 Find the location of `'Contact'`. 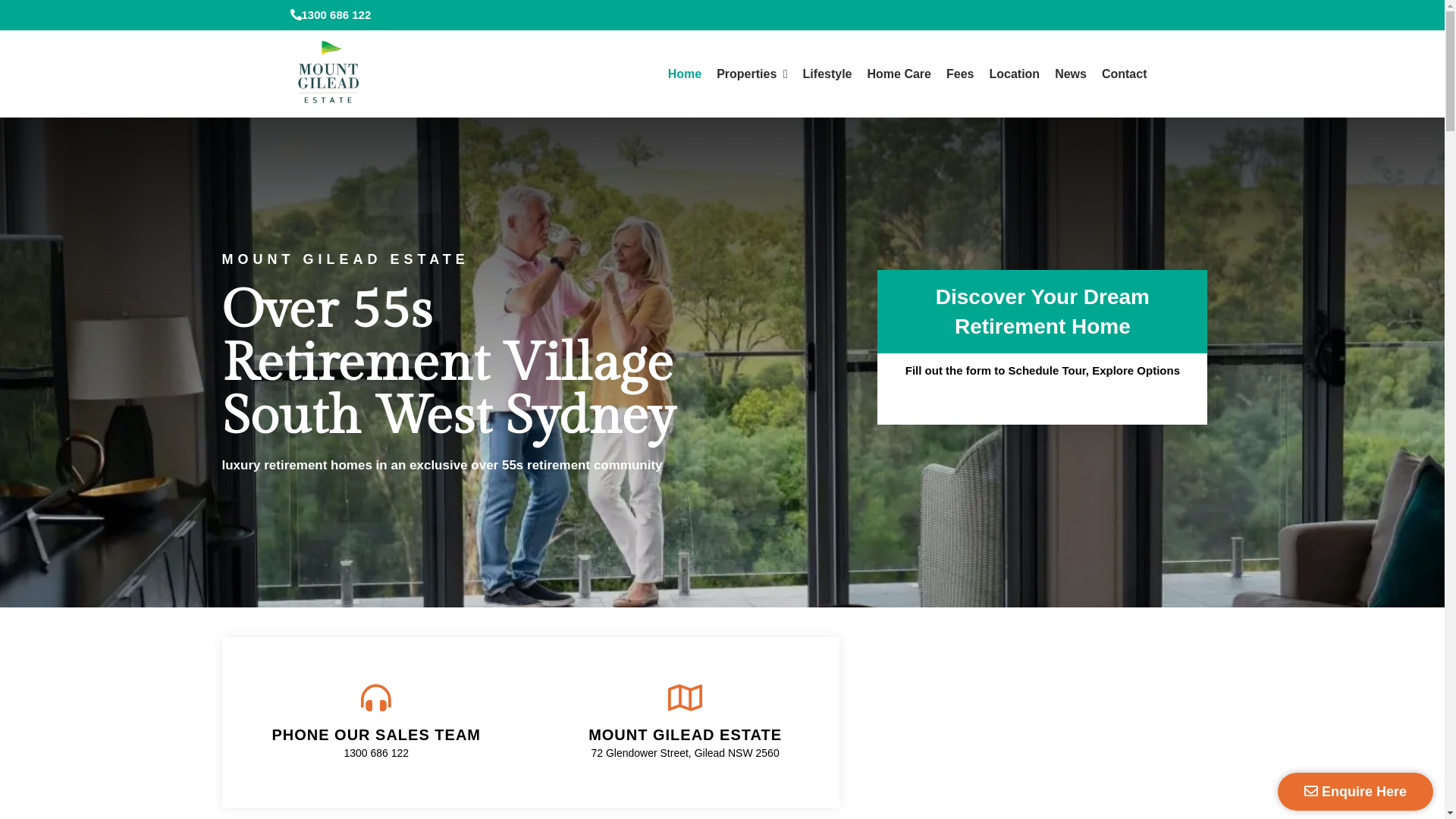

'Contact' is located at coordinates (1125, 74).